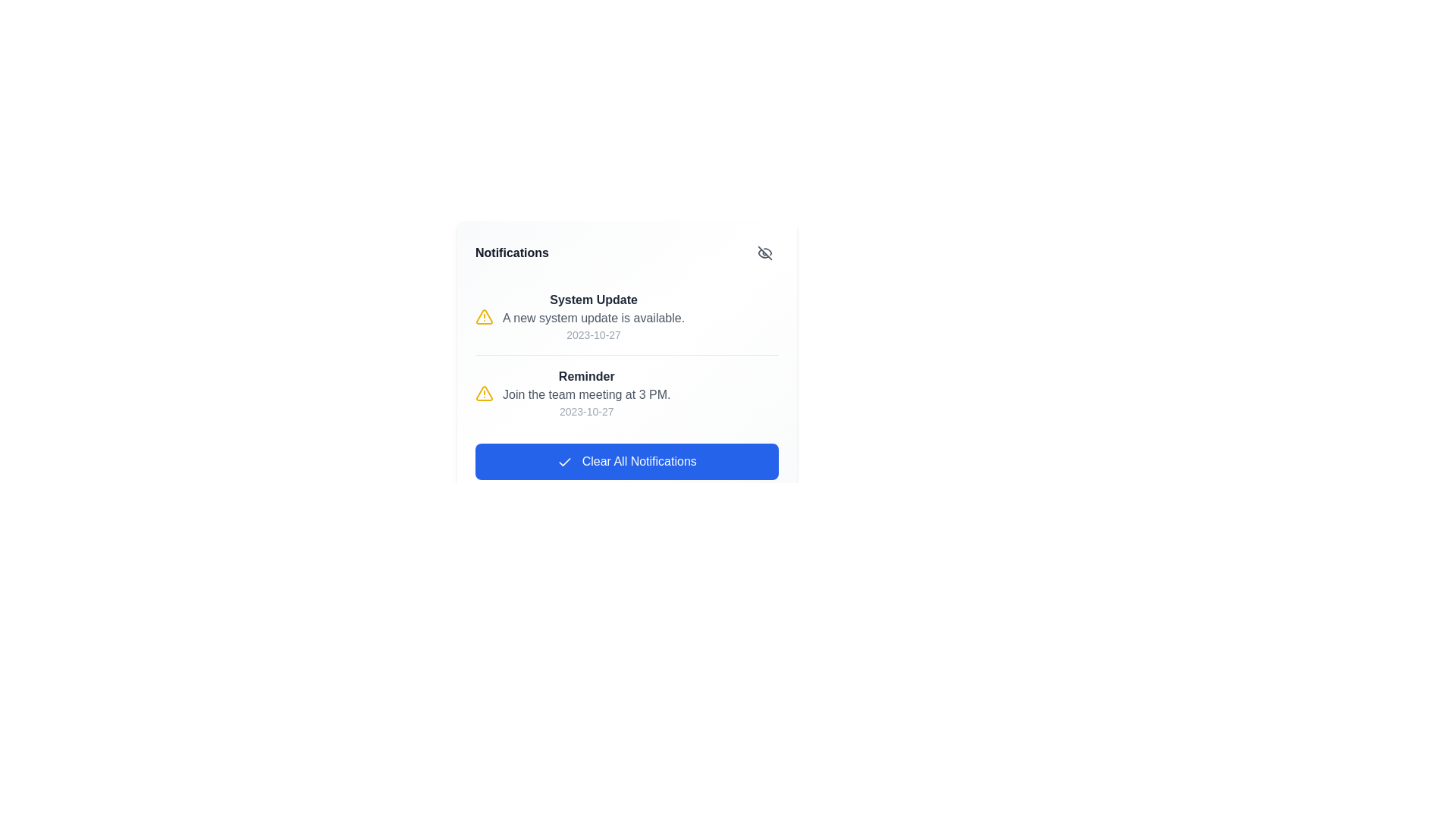 The image size is (1456, 819). Describe the element at coordinates (764, 253) in the screenshot. I see `the toggle icon button at the top-right corner of the notification interface` at that location.